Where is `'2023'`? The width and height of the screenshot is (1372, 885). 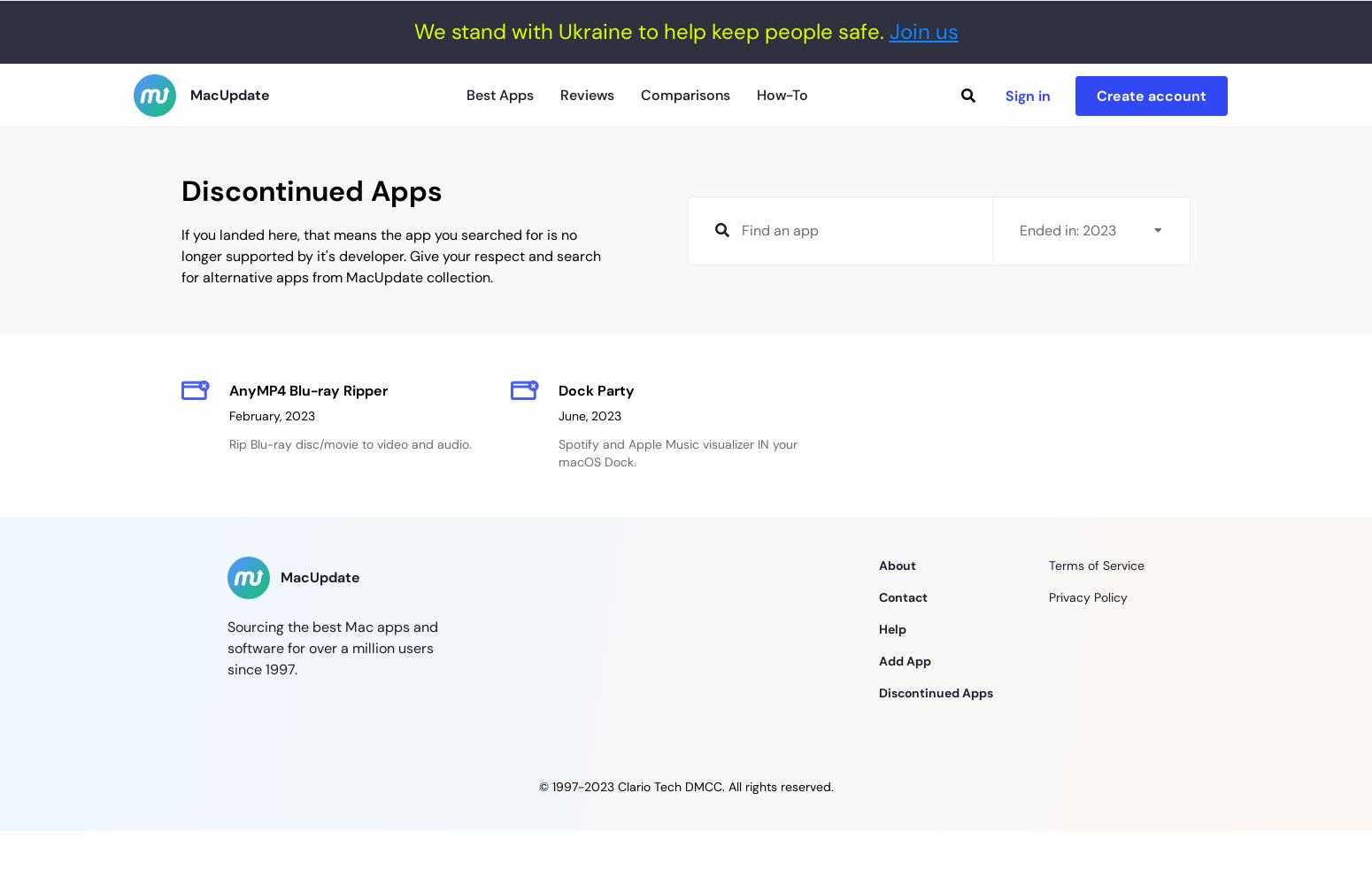
'2023' is located at coordinates (597, 787).